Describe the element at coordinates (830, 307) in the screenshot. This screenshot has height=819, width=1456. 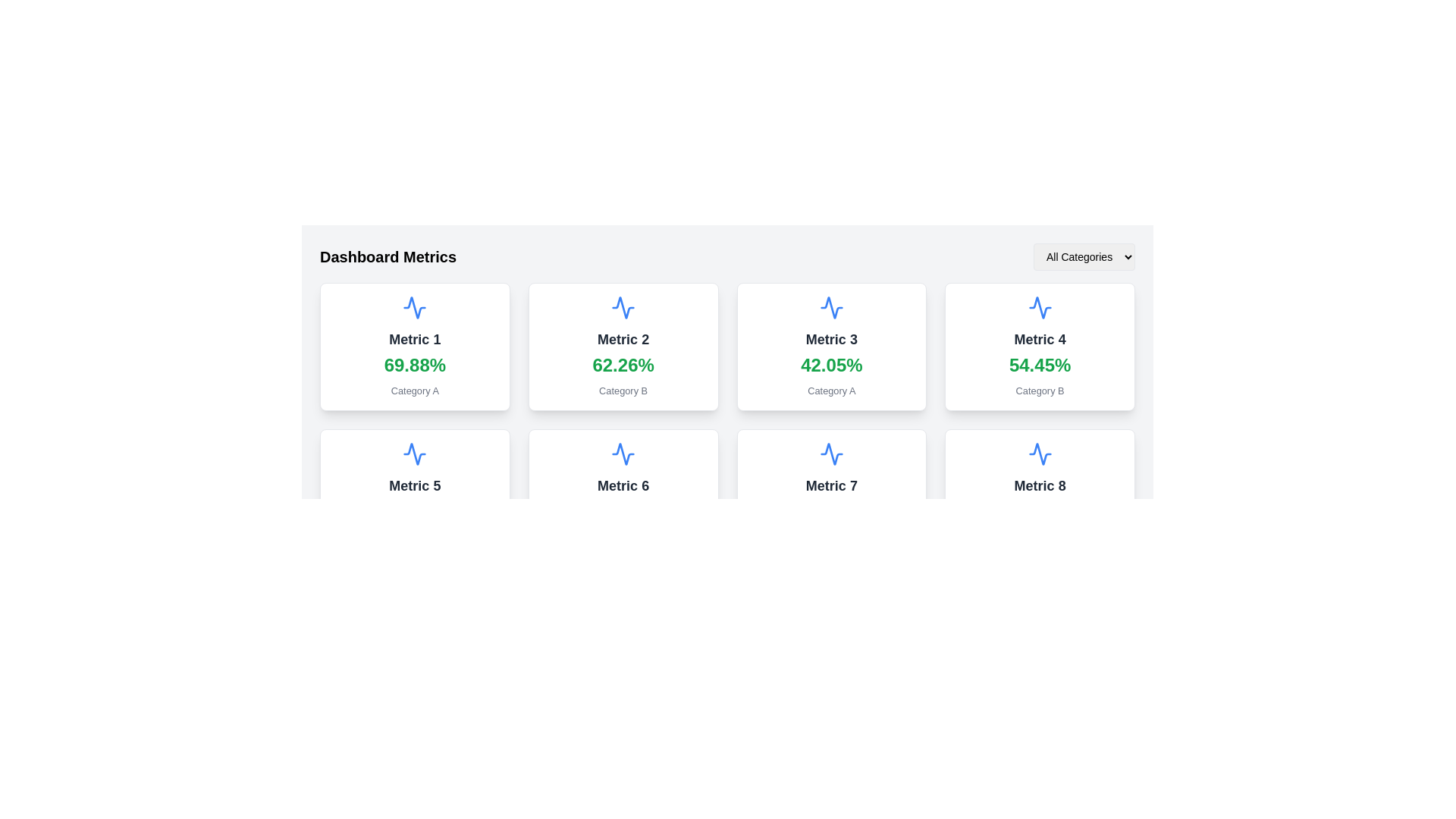
I see `the graphical indicator icon located at the center-top of the card labeled 'Metric 3' in the second row and third column of the grid layout` at that location.